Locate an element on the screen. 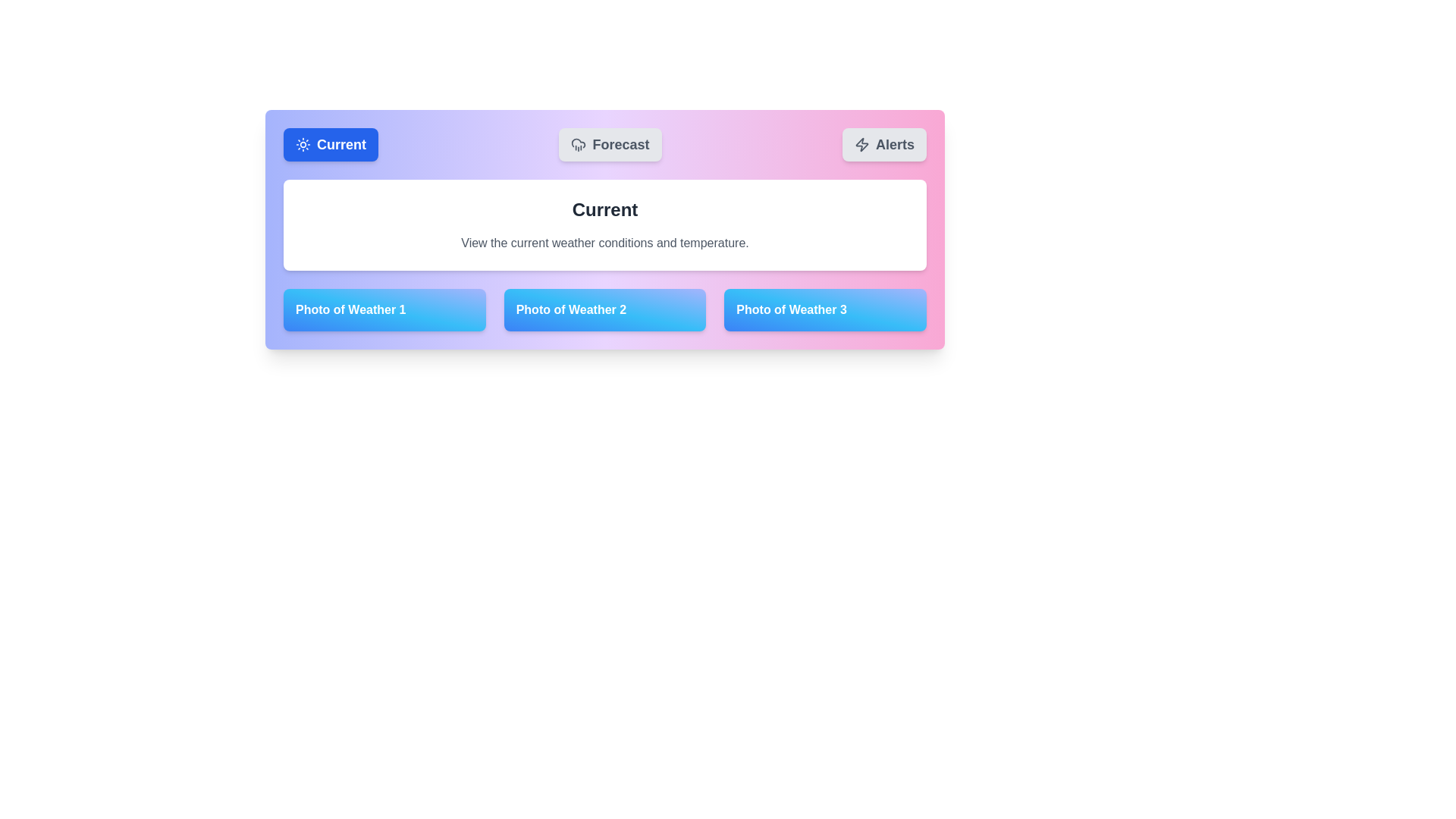  the 'Alerts' button, which is located on the far right of the top navigation bar and includes an icon indicating notifications or messages is located at coordinates (862, 145).